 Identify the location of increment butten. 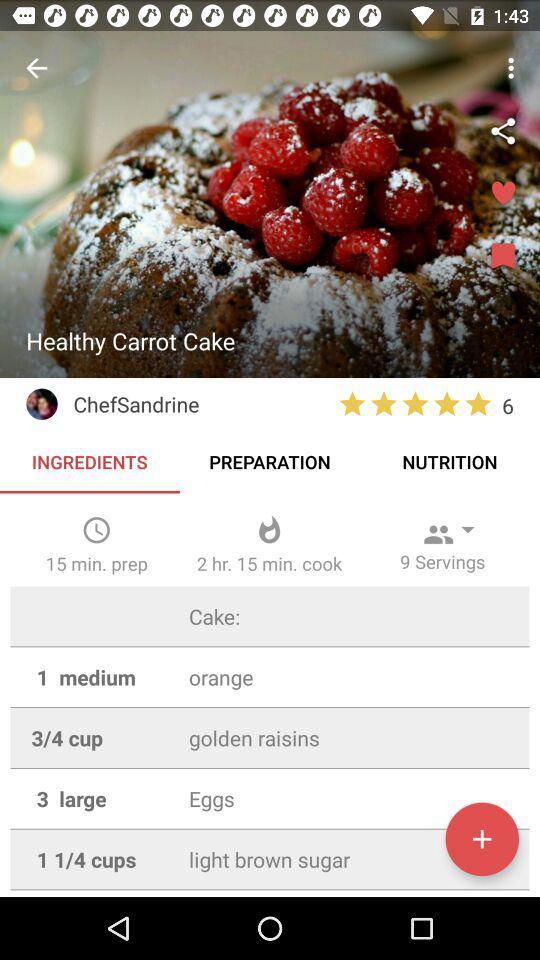
(481, 839).